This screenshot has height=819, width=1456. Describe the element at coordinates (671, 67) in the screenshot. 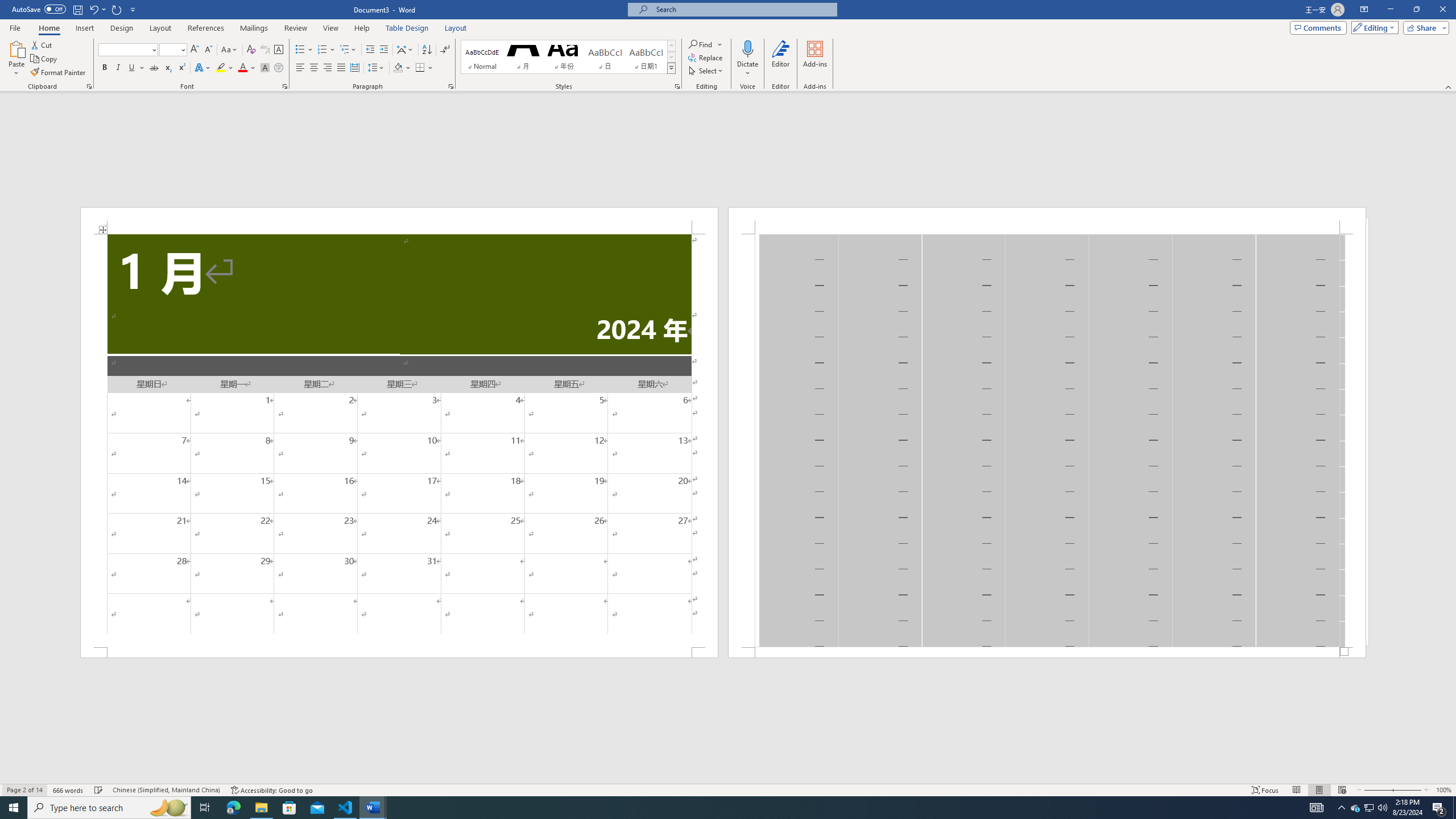

I see `'Styles'` at that location.